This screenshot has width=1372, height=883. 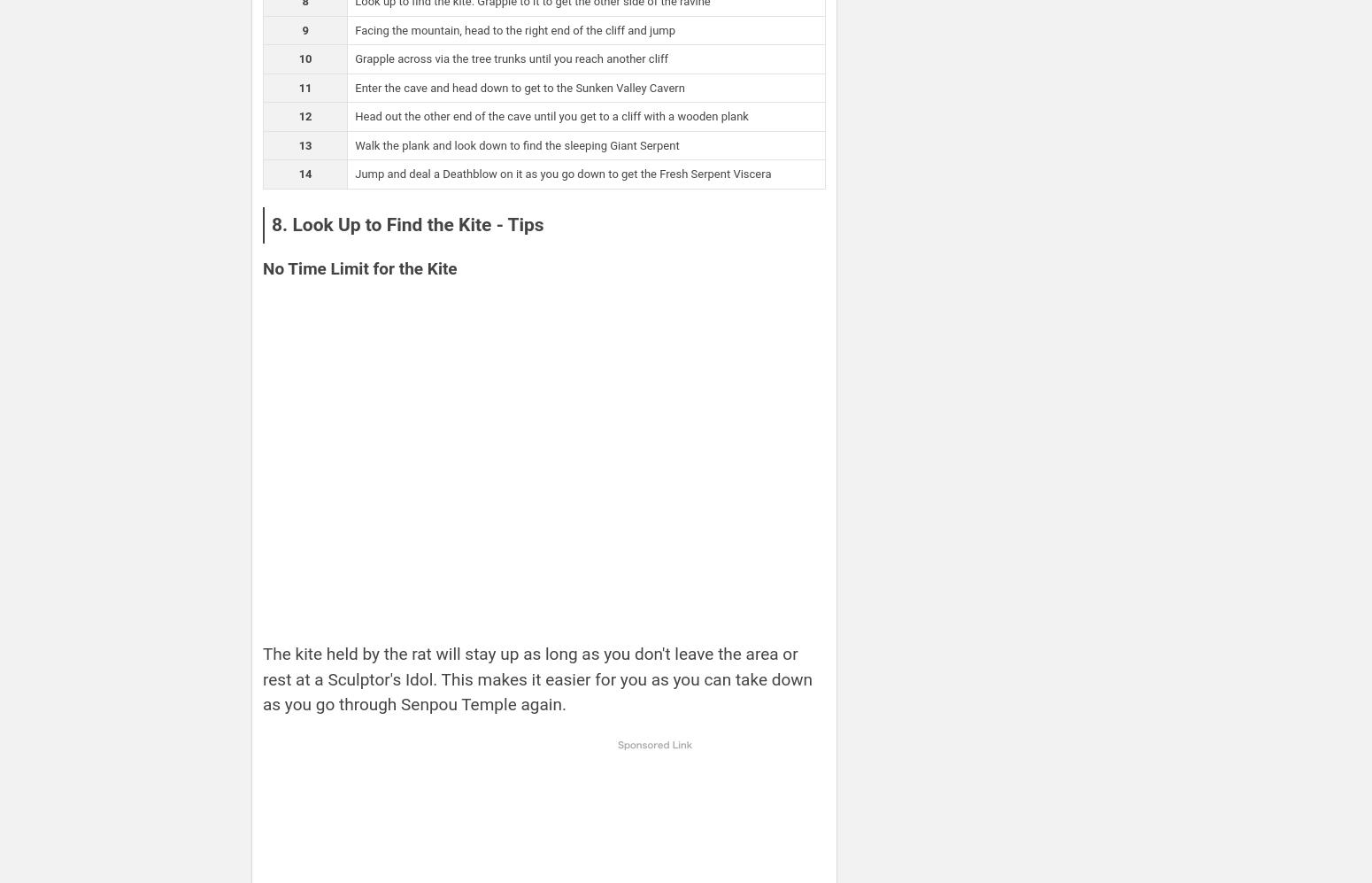 I want to click on 'Grapple across via the tree trunks until you reach another cliff', so click(x=511, y=58).